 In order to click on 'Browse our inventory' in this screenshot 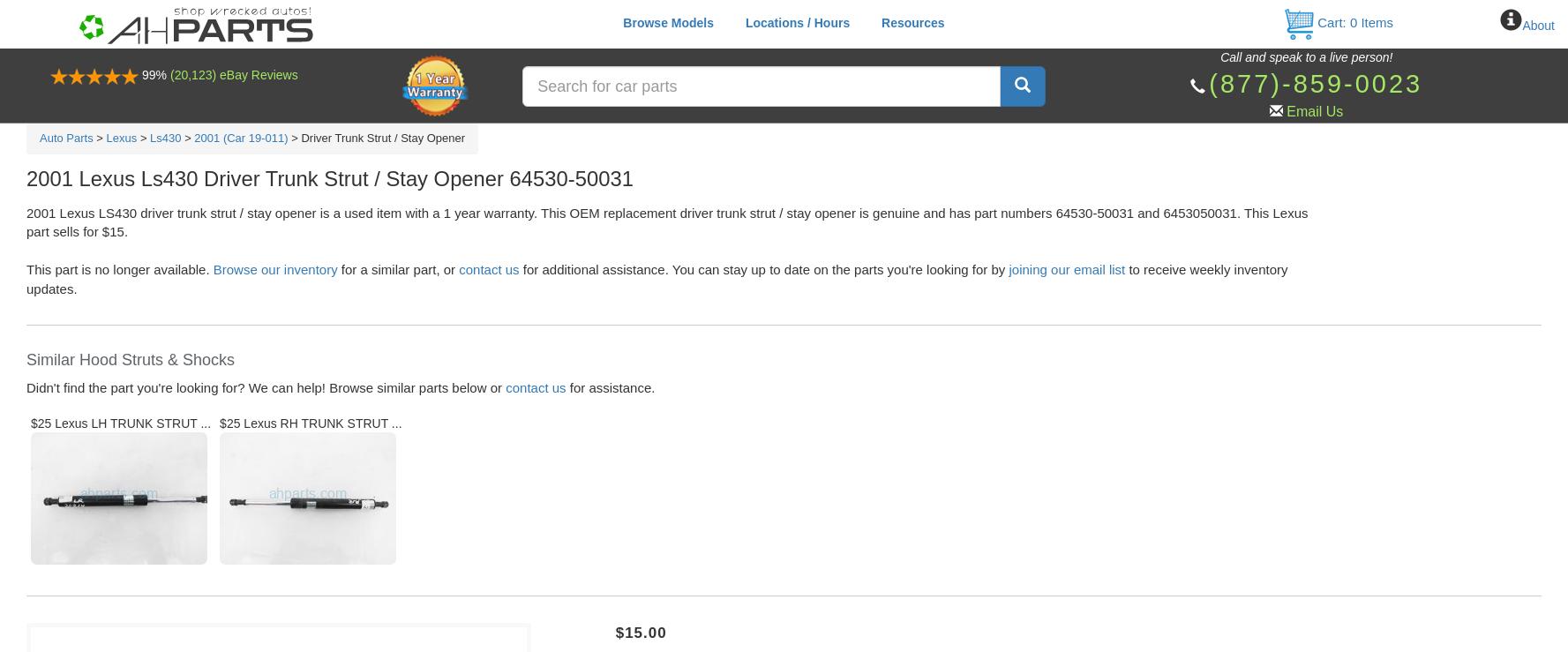, I will do `click(274, 269)`.